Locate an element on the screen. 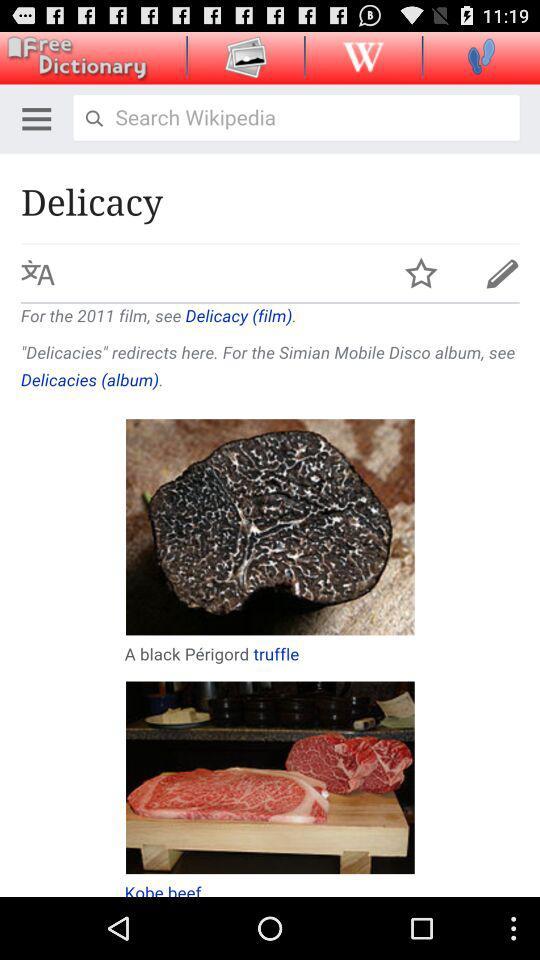  wikipedia is located at coordinates (362, 55).